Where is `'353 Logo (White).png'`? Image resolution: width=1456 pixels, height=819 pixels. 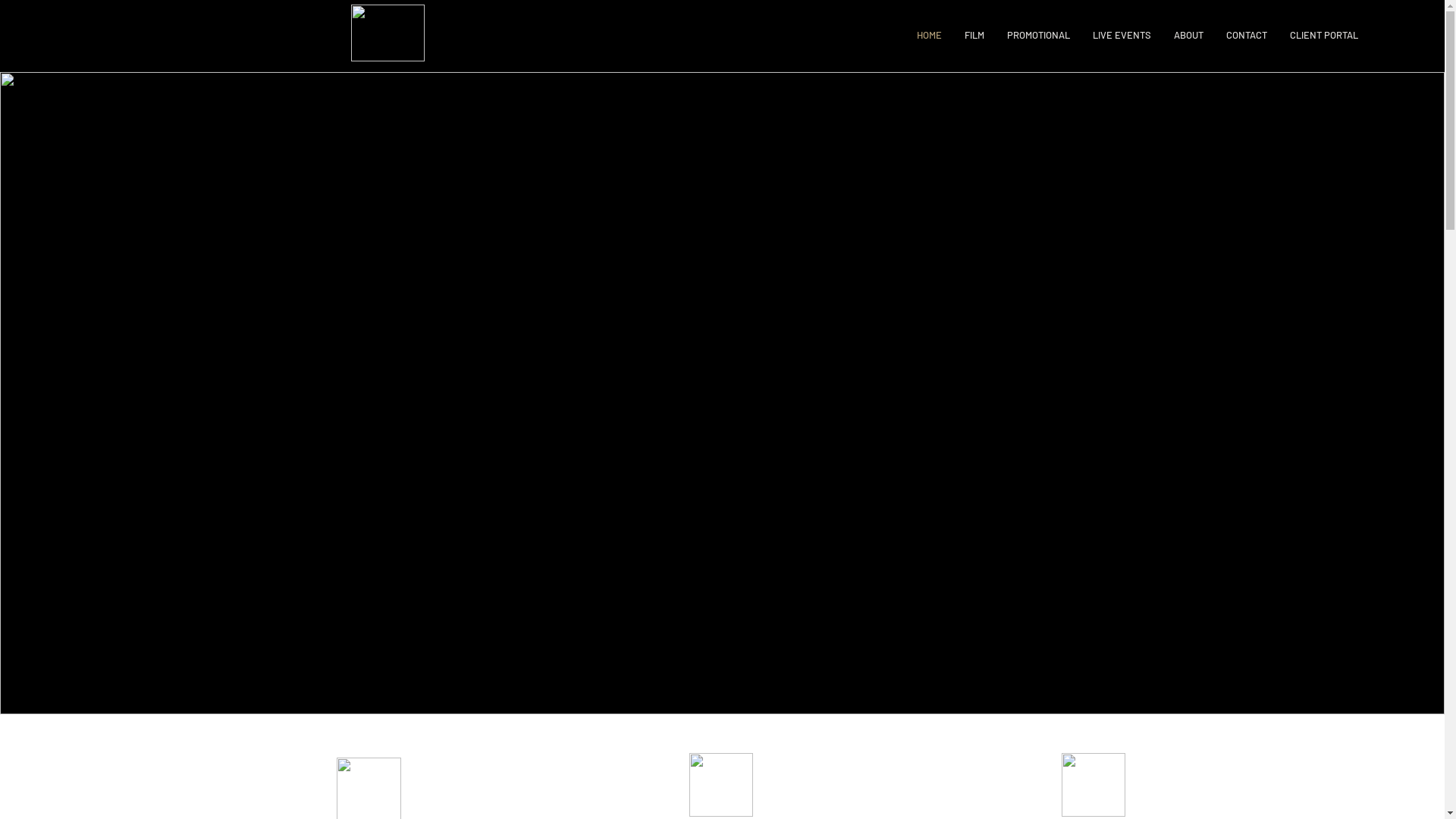
'353 Logo (White).png' is located at coordinates (387, 33).